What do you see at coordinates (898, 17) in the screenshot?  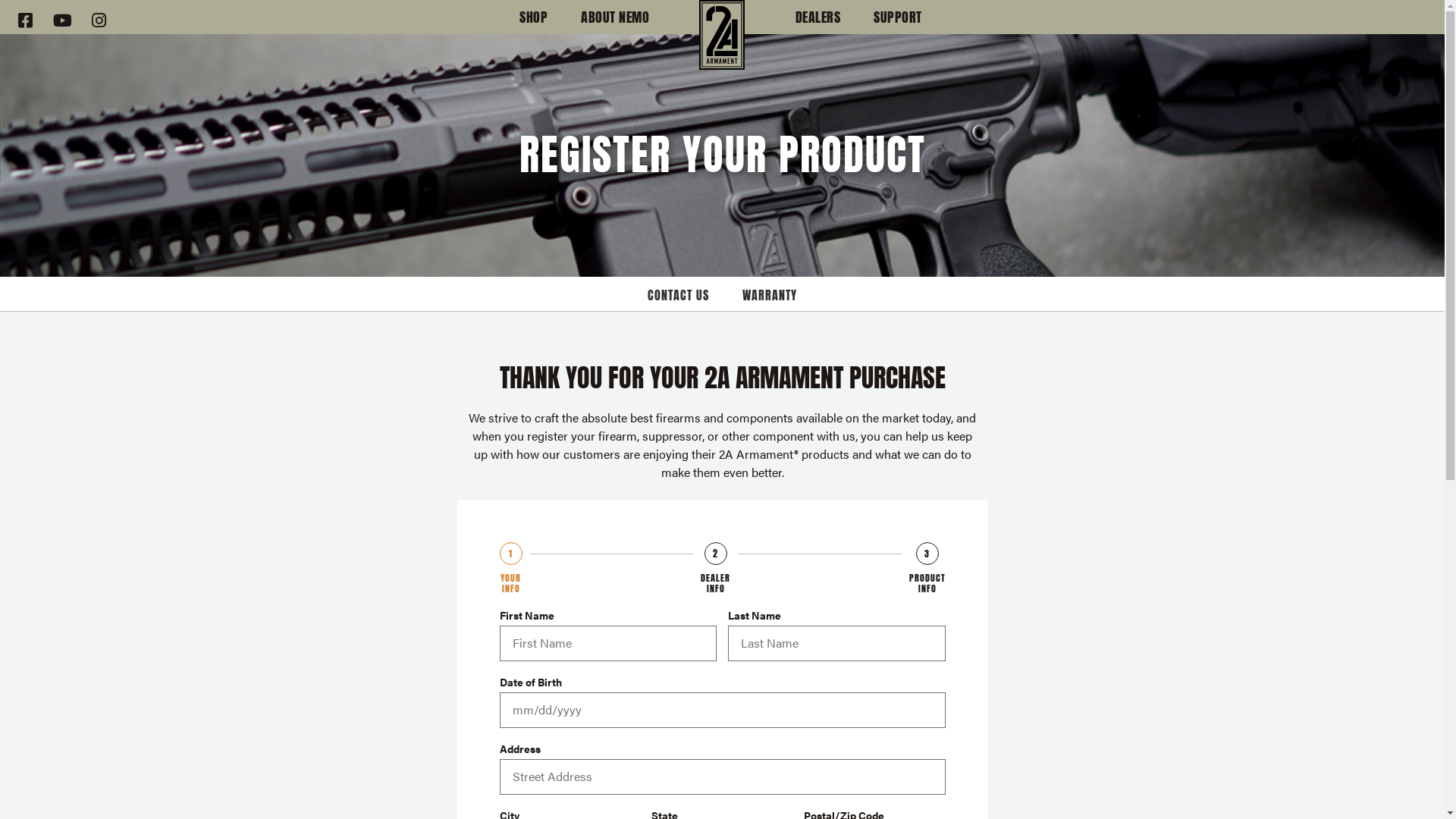 I see `'SUPPORT'` at bounding box center [898, 17].